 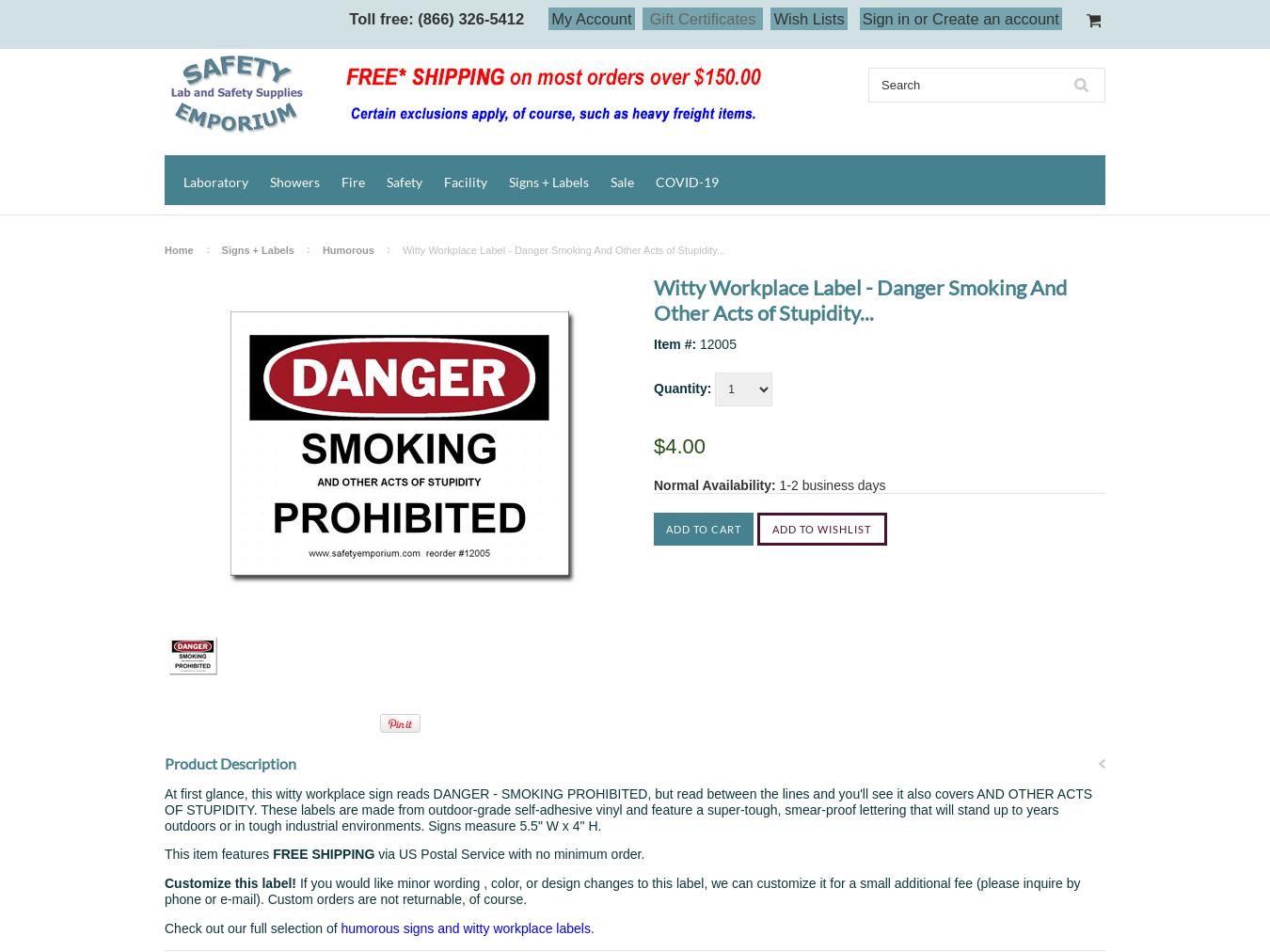 What do you see at coordinates (164, 891) in the screenshot?
I see `'If you would like minor wording , color, or design changes to this label, we can customize it for a small additional fee (please inquire by phone or e-mail). Custom orders are not returnable, of course.'` at bounding box center [164, 891].